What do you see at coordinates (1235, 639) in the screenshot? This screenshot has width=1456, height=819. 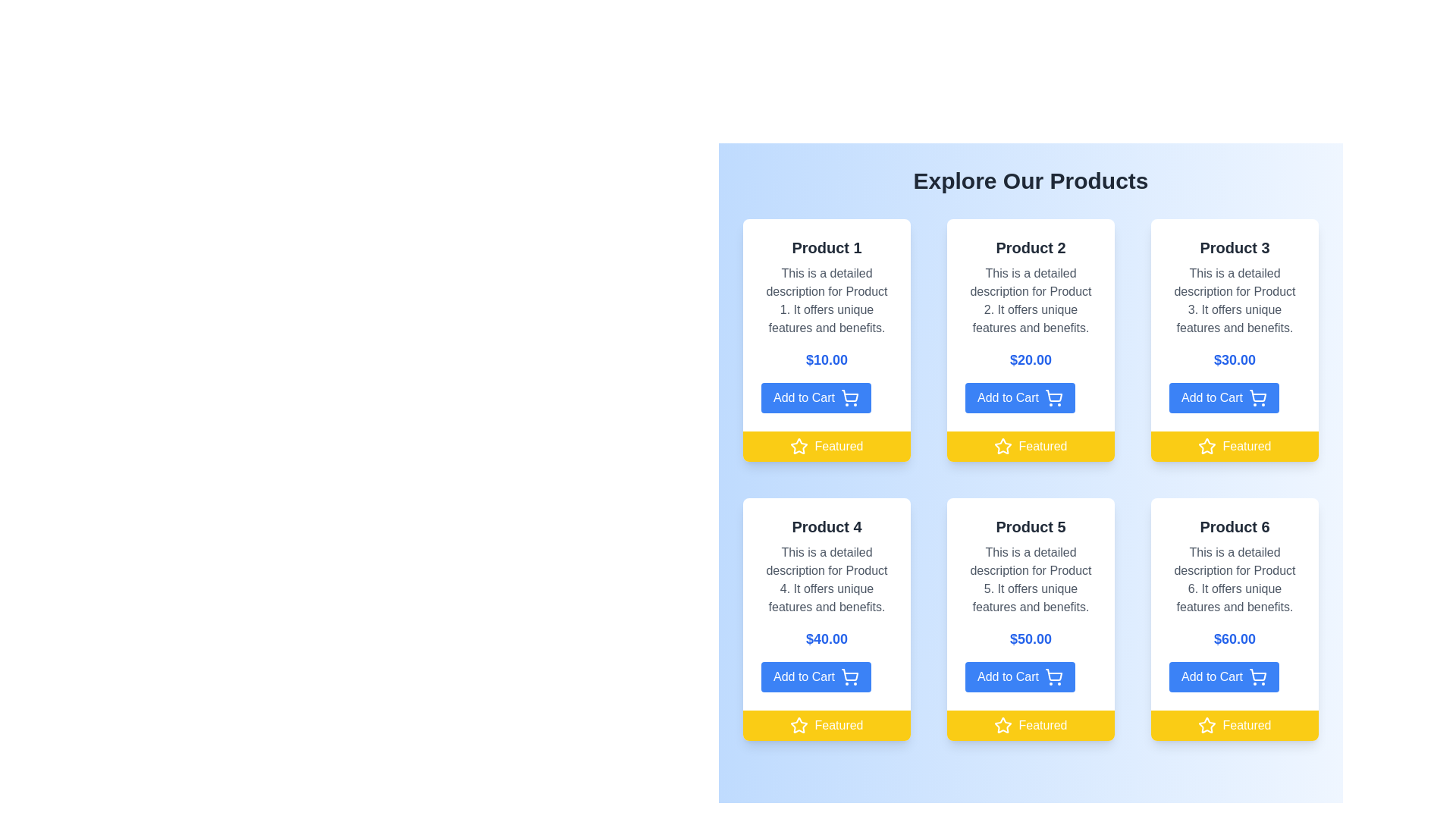 I see `text of the Price Label displaying '$60.00' in a large, bold, blue font, located below the product description and above the 'Add to Cart' button within the 'Product 6' card` at bounding box center [1235, 639].